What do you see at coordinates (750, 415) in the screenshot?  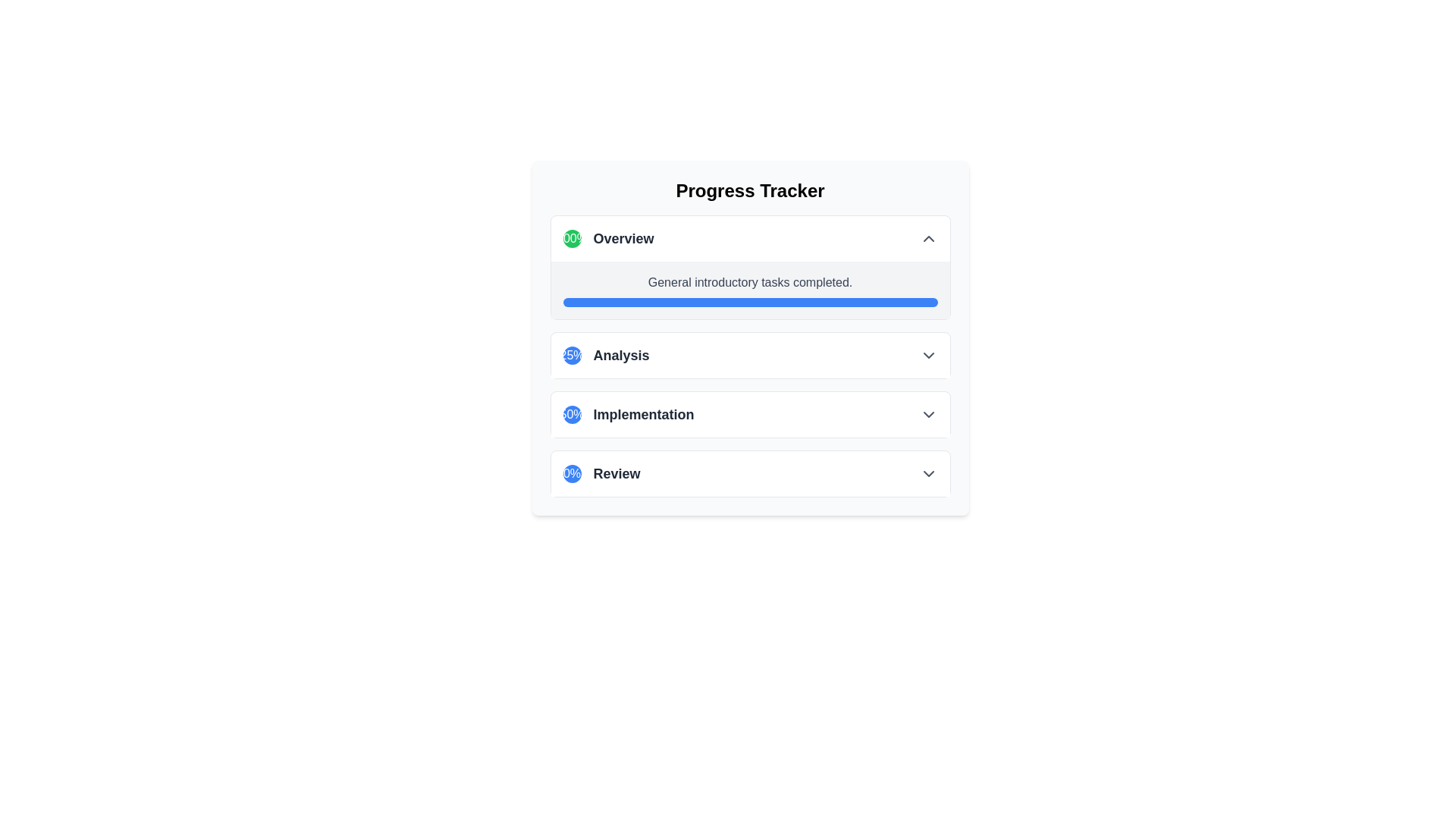 I see `the Implementation button in the progress tracking interface` at bounding box center [750, 415].